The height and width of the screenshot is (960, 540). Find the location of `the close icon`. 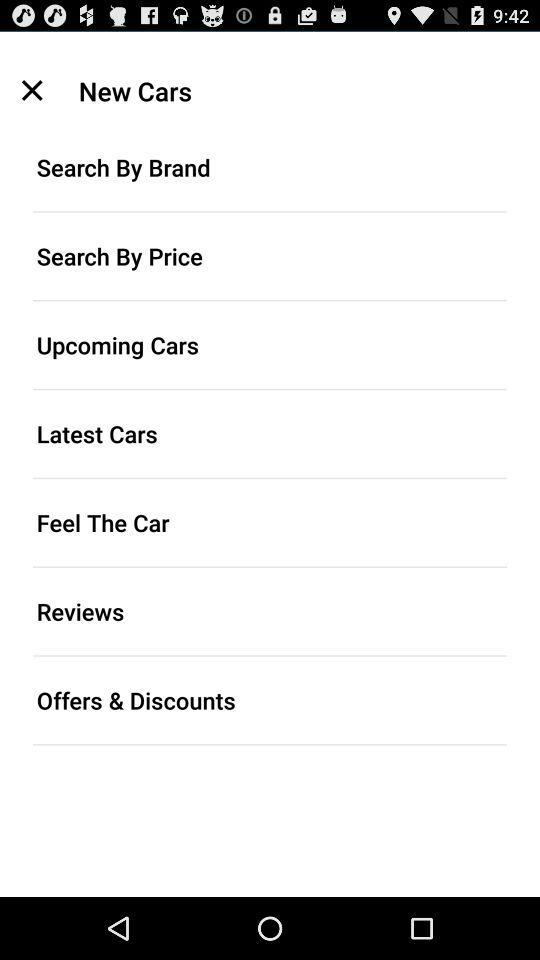

the close icon is located at coordinates (31, 96).